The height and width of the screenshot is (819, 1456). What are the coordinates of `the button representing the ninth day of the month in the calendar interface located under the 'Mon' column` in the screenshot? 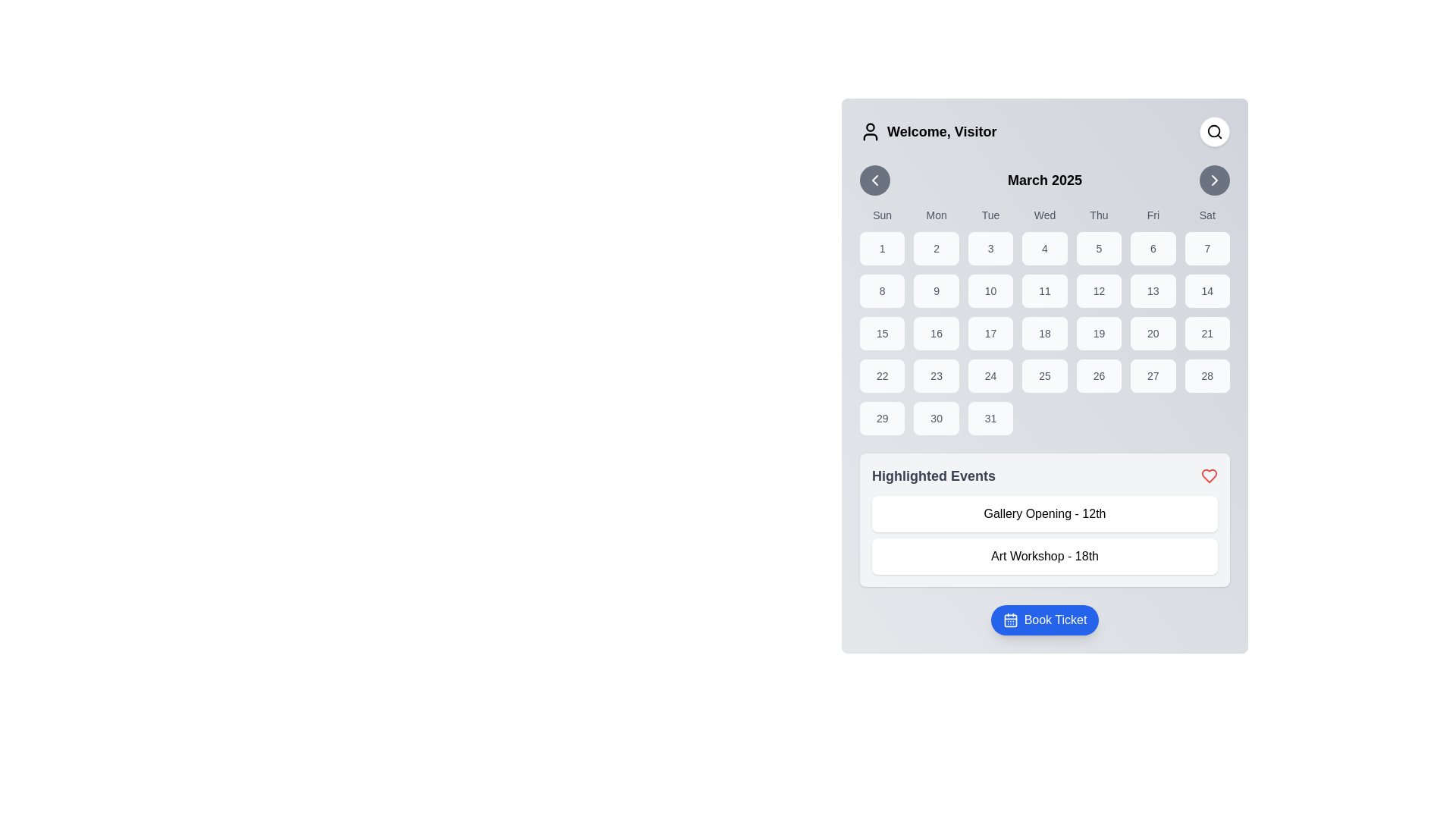 It's located at (936, 291).